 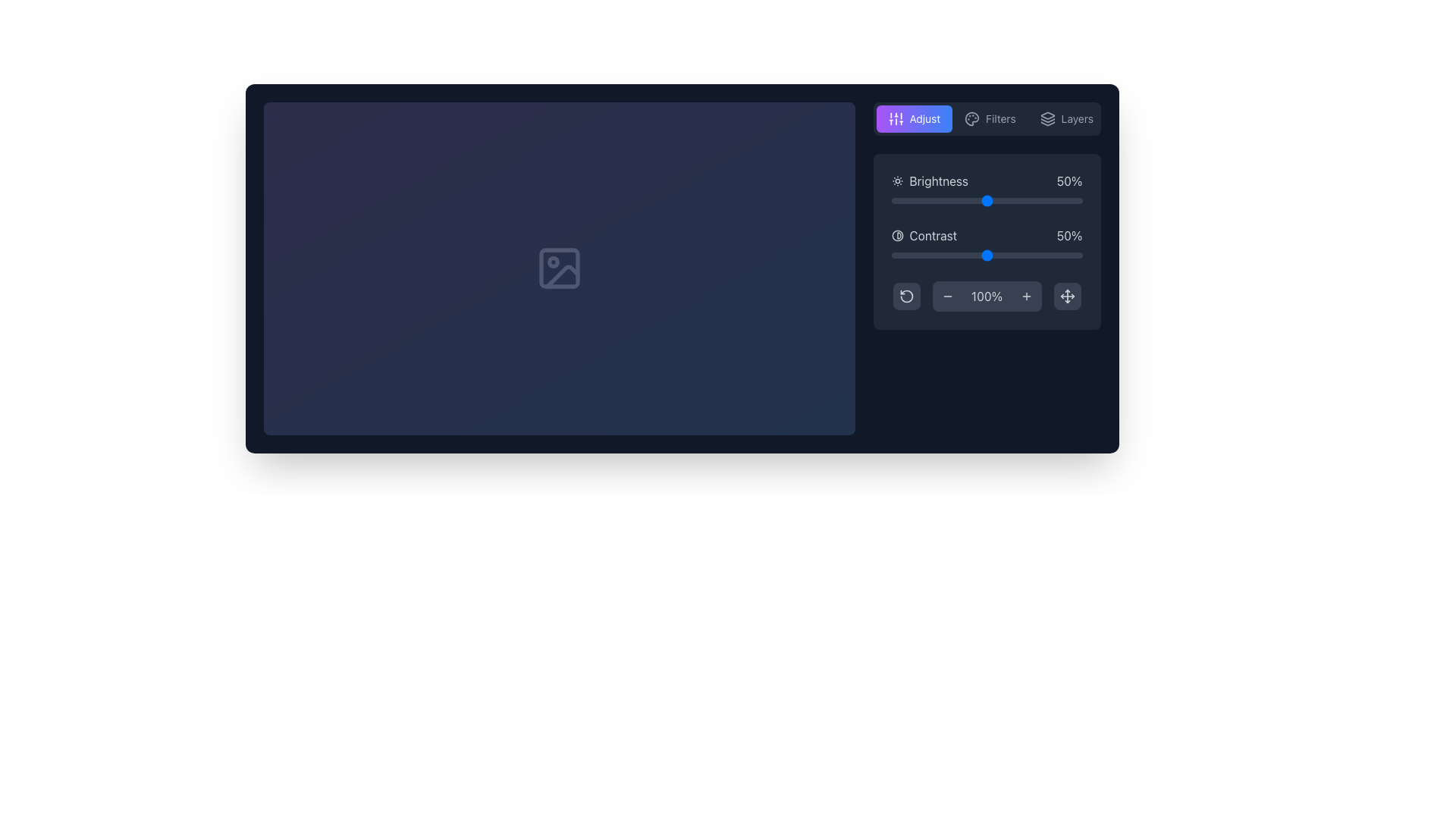 I want to click on the circular icon resembling an artist's palette located in the top-right corner of the interface, so click(x=972, y=118).